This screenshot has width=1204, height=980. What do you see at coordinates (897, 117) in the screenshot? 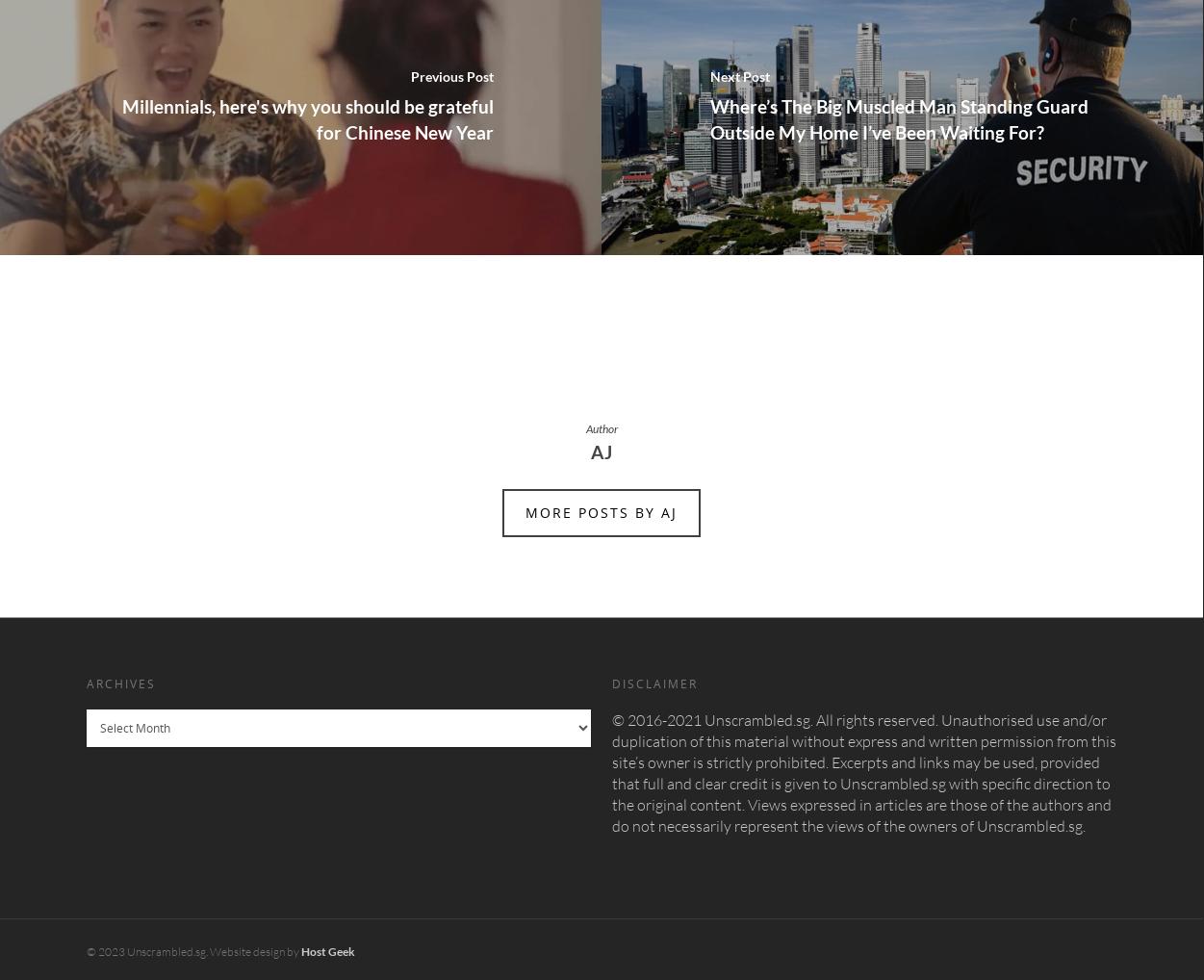
I see `'Where’s The Big Muscled Man Standing Guard Outside My Home I’ve Been Waiting For?'` at bounding box center [897, 117].